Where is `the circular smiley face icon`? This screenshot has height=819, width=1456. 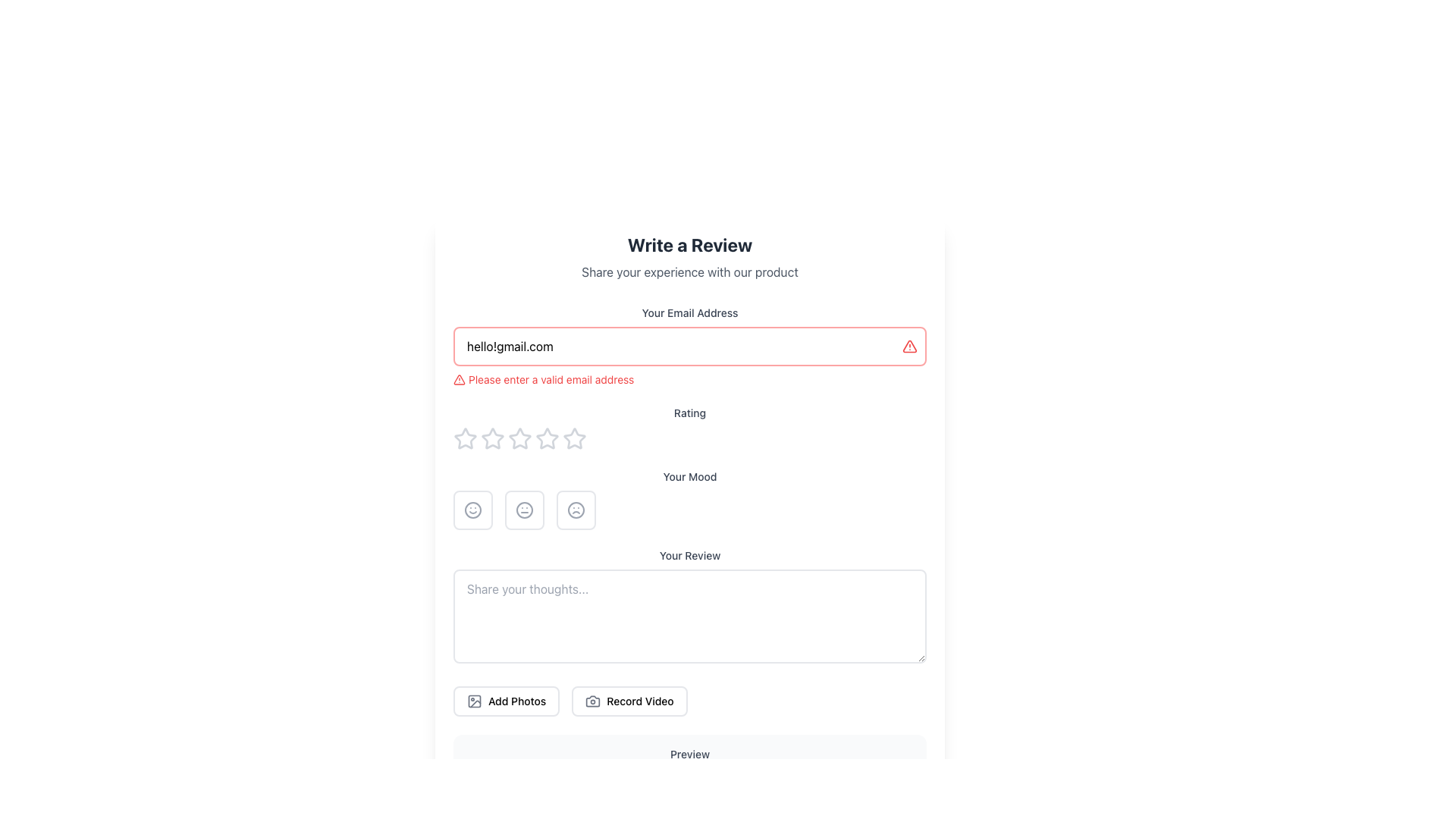
the circular smiley face icon is located at coordinates (472, 510).